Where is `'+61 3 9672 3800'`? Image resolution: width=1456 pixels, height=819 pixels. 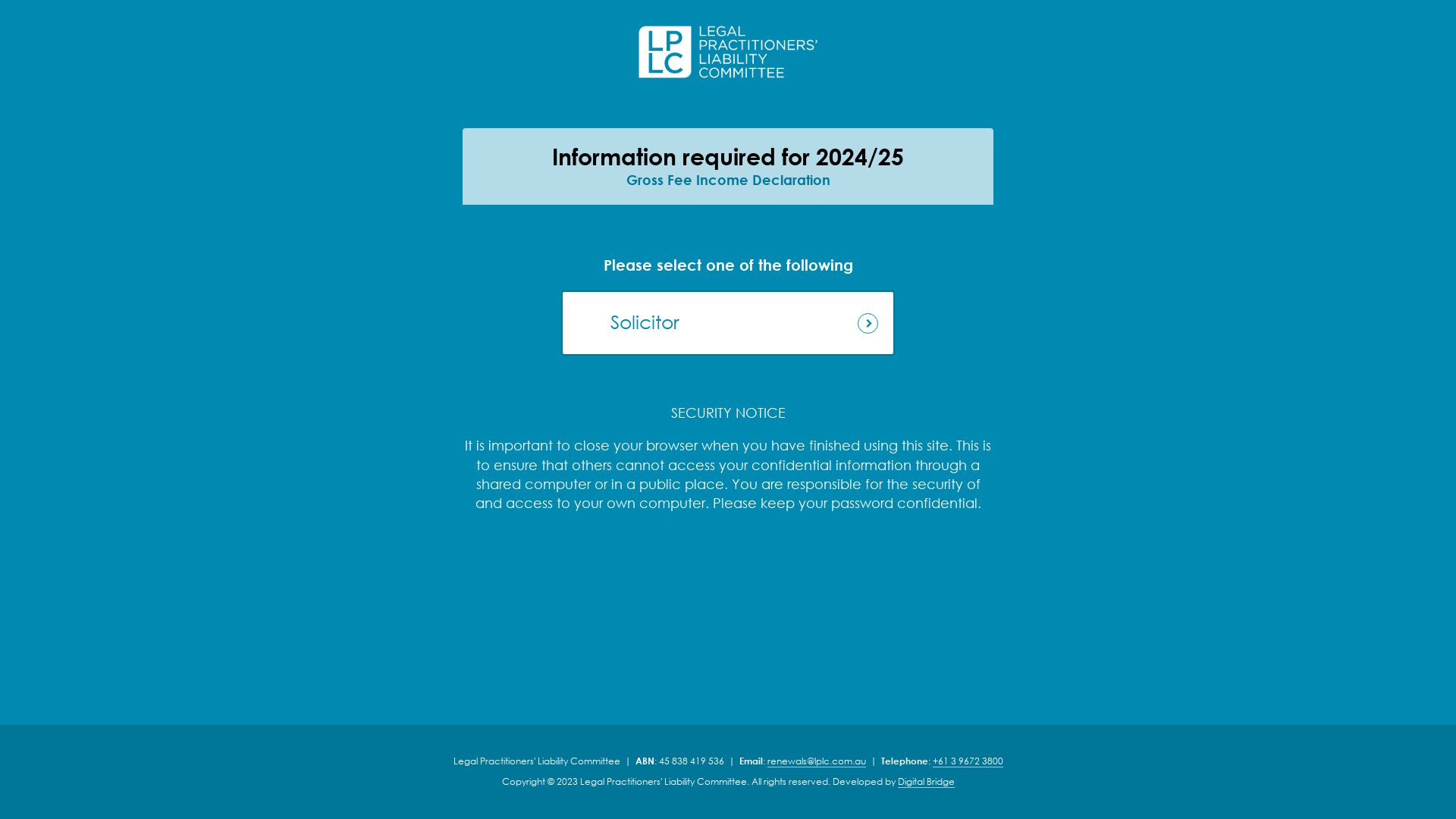
'+61 3 9672 3800' is located at coordinates (967, 761).